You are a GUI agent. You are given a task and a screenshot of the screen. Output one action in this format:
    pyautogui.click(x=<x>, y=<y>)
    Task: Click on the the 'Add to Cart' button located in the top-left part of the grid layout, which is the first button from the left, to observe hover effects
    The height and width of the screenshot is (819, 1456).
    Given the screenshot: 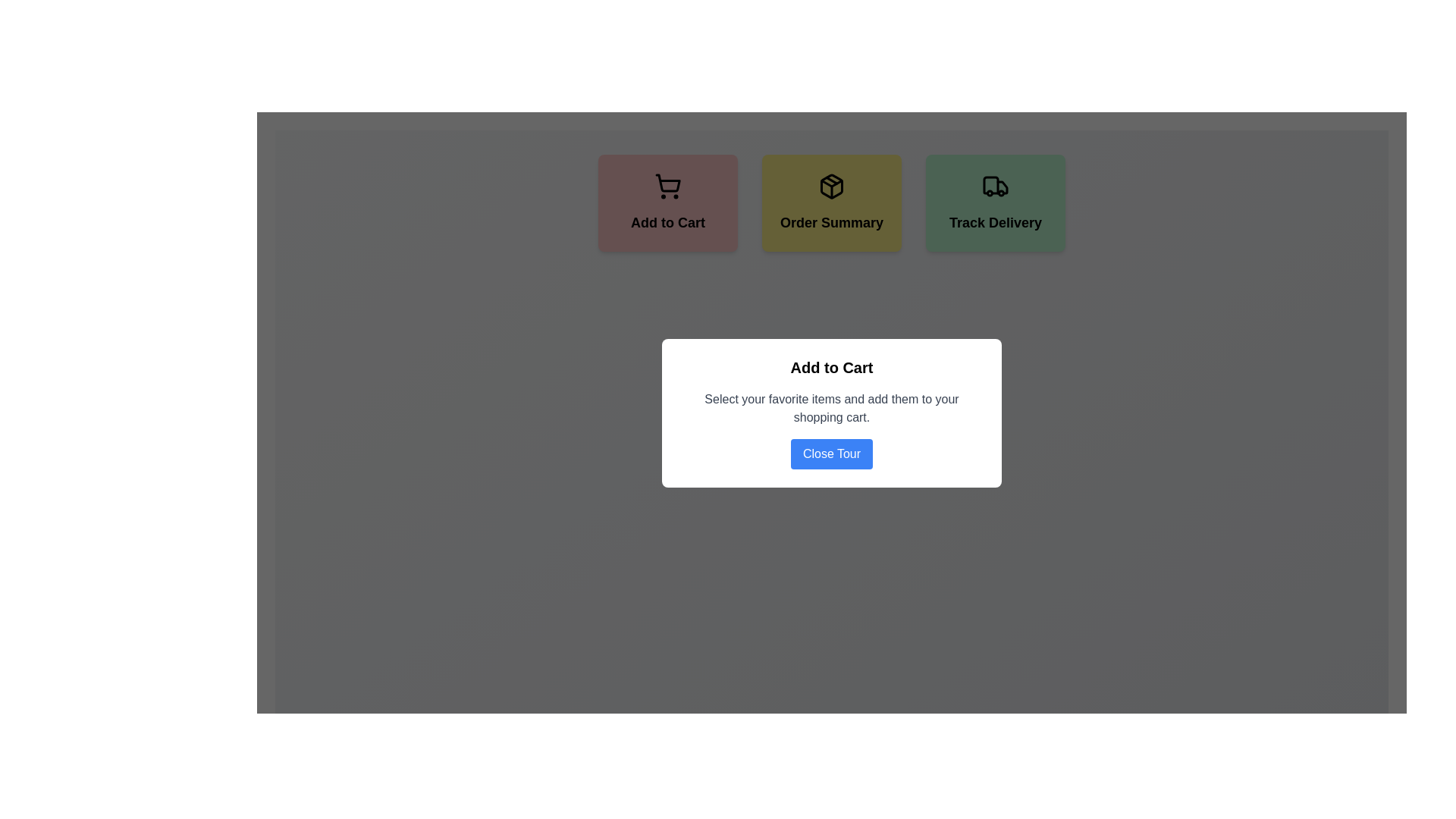 What is the action you would take?
    pyautogui.click(x=667, y=202)
    